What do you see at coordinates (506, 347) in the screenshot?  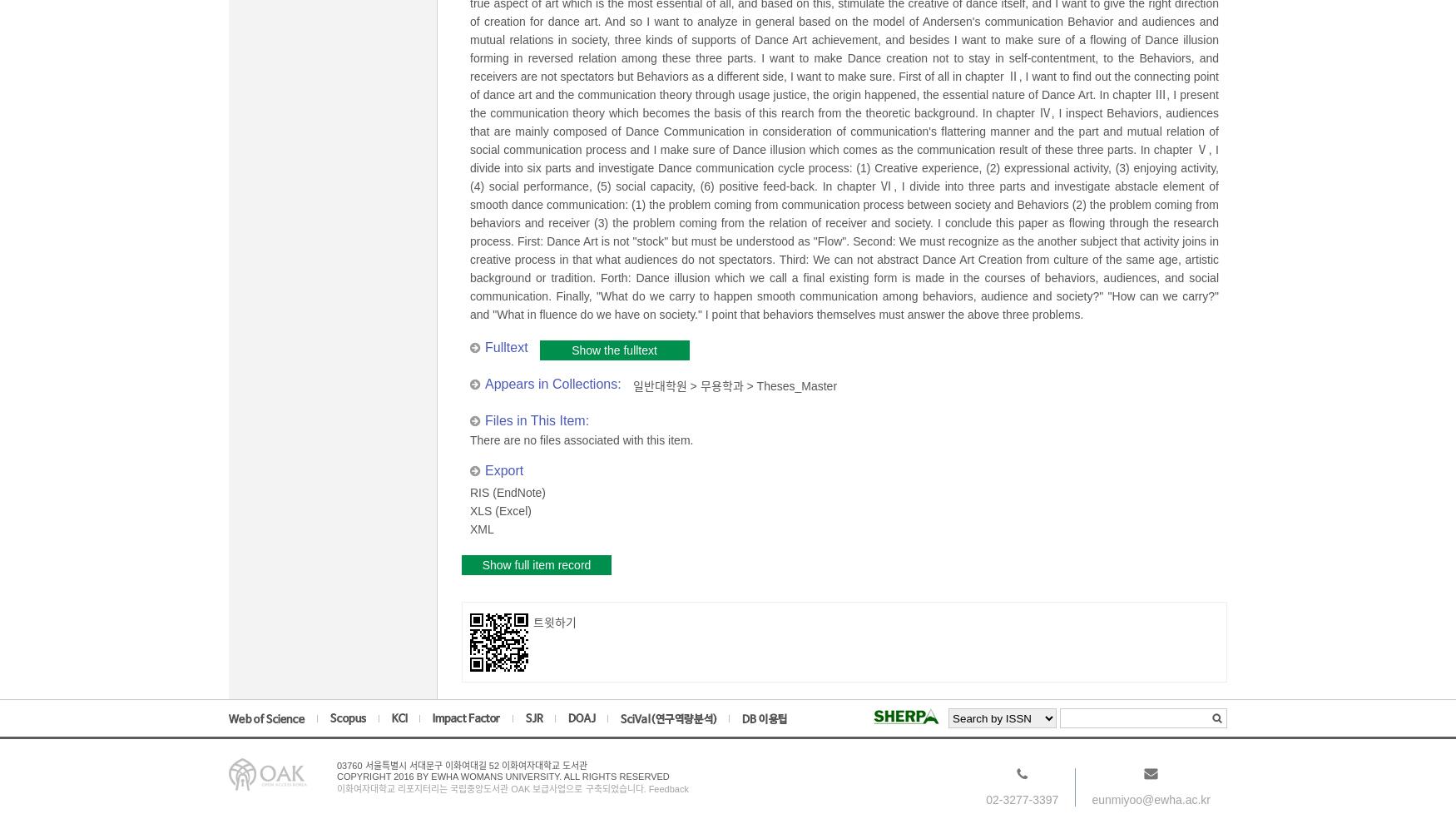 I see `'Fulltext'` at bounding box center [506, 347].